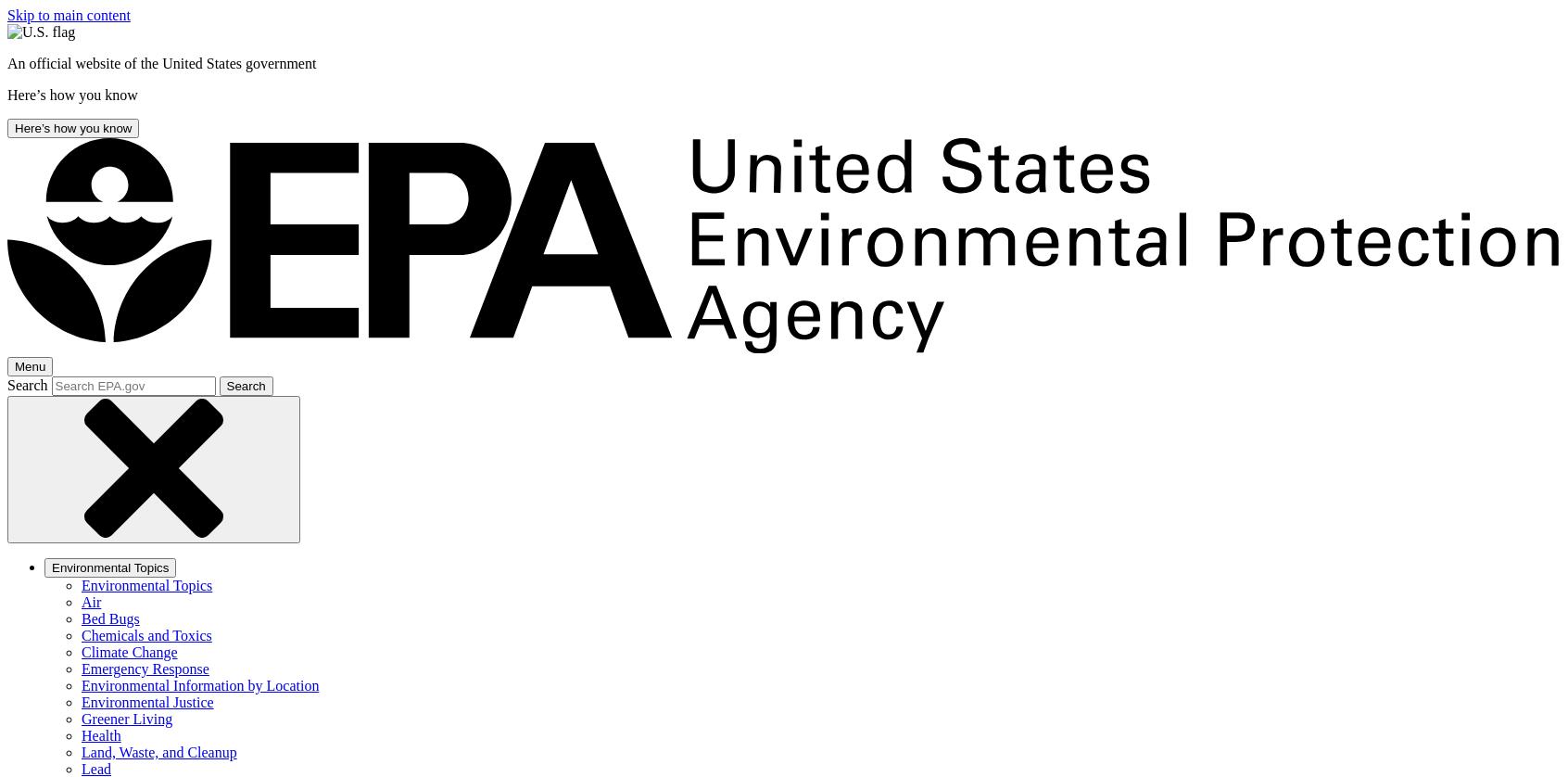 This screenshot has width=1568, height=777. What do you see at coordinates (158, 751) in the screenshot?
I see `'Land, Waste, and Cleanup'` at bounding box center [158, 751].